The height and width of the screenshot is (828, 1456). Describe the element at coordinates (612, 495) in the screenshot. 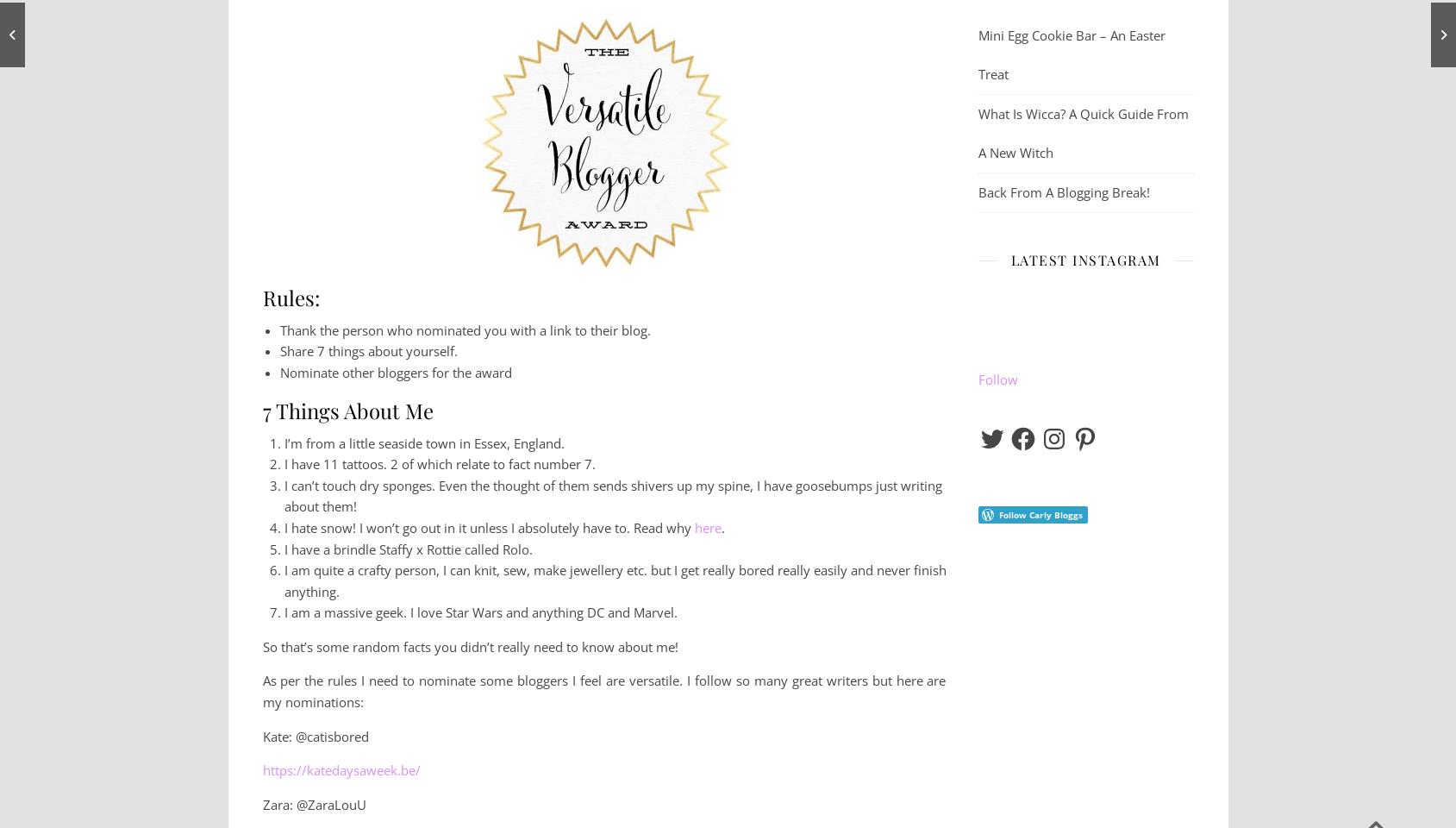

I see `'I can’t touch dry sponges. Even the thought of them sends shivers up my spine, I have goosebumps just writing about them!'` at that location.